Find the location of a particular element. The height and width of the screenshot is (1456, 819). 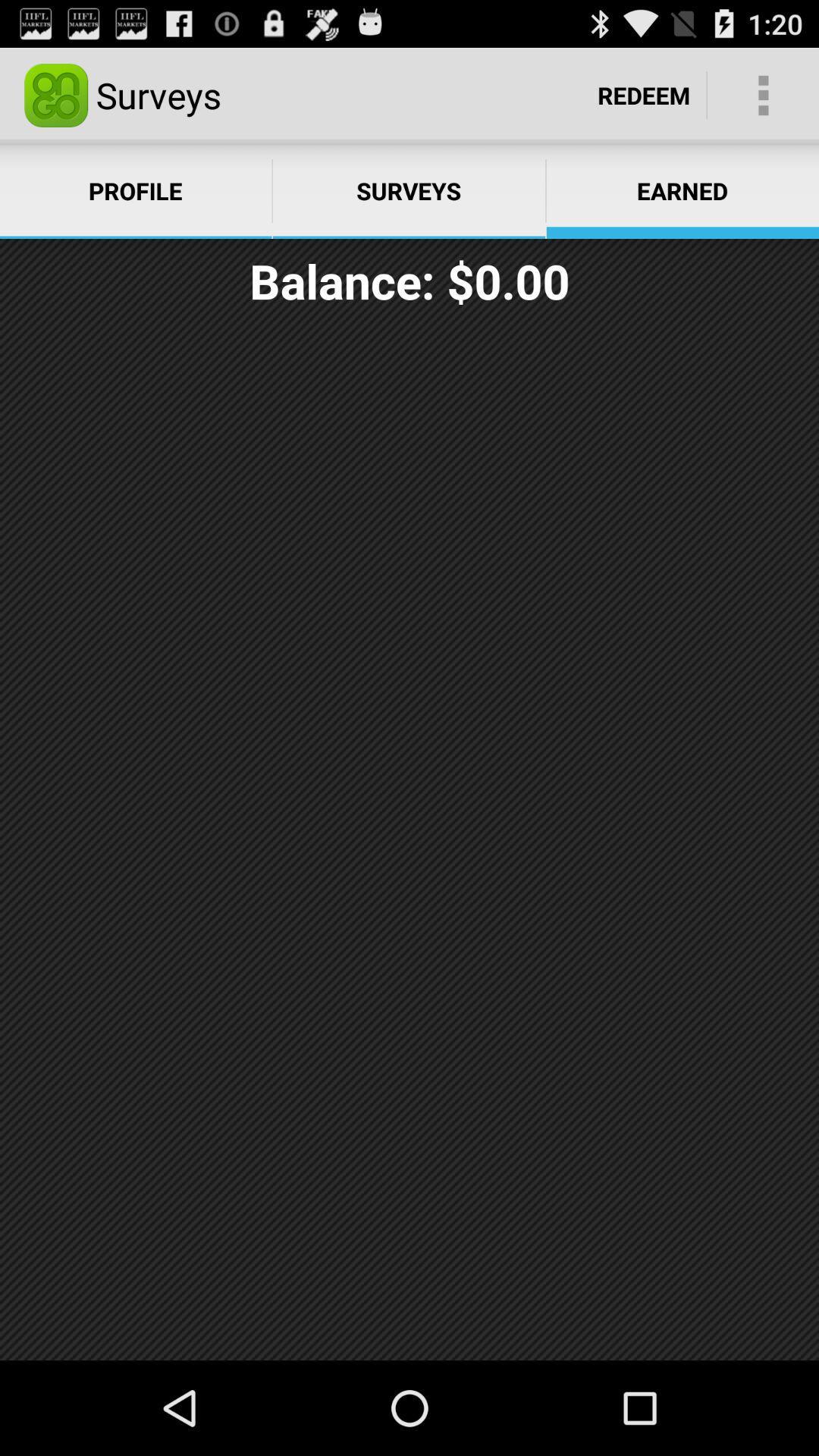

the icon above earned app is located at coordinates (644, 94).